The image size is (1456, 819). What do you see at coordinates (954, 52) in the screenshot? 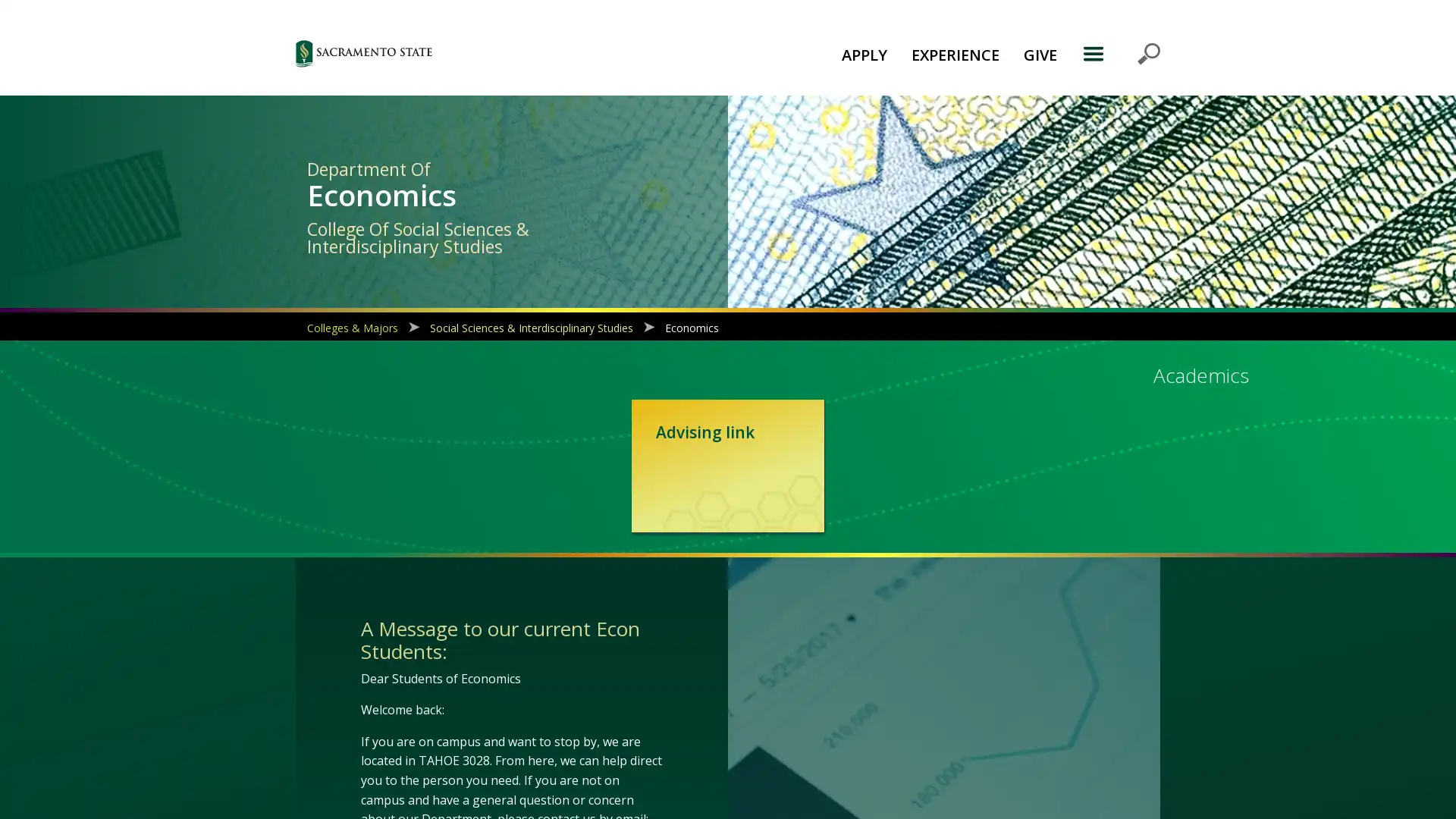
I see `EXPERIENCE` at bounding box center [954, 52].